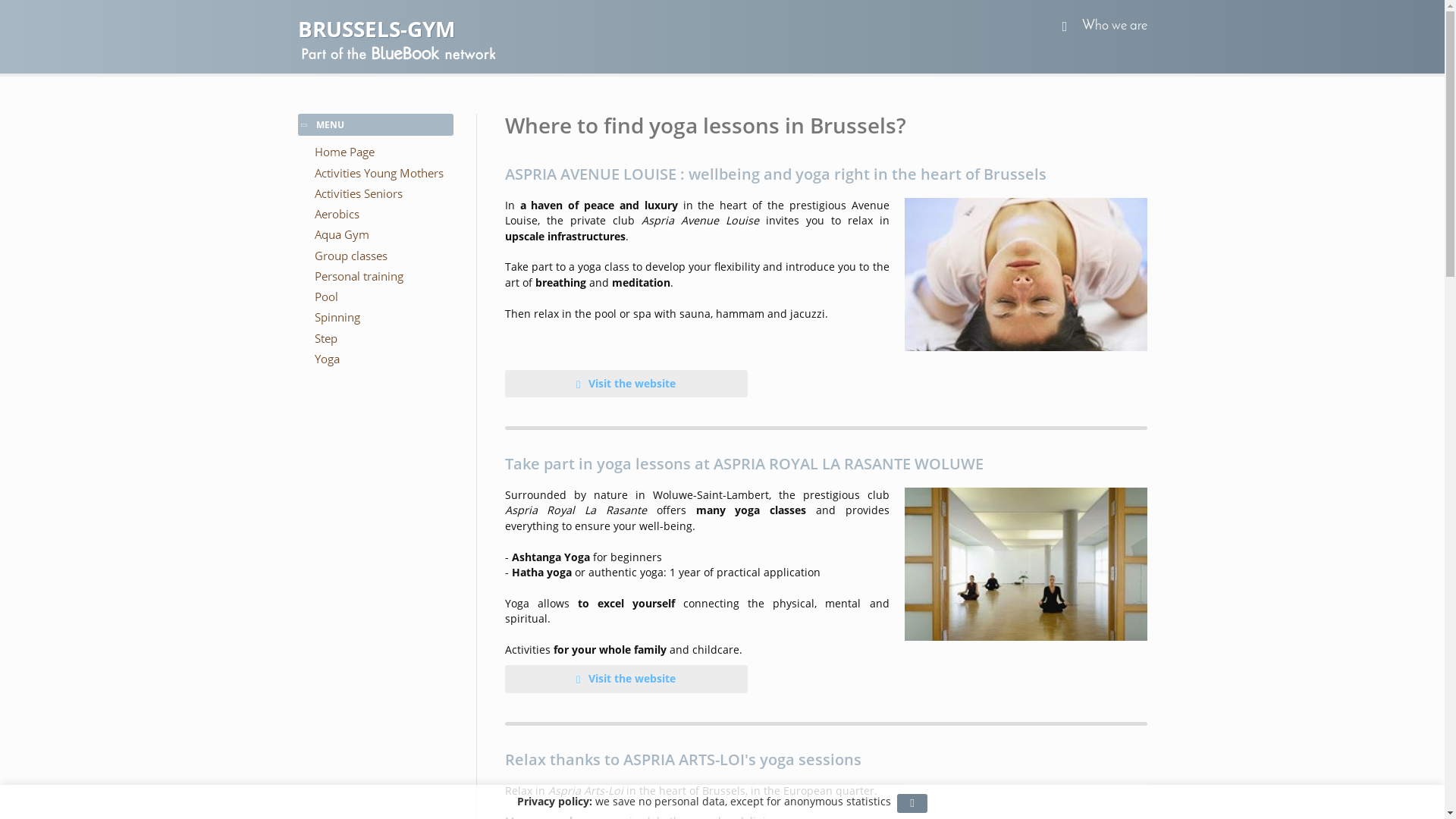 The width and height of the screenshot is (1456, 819). Describe the element at coordinates (505, 677) in the screenshot. I see `'Visit the website'` at that location.